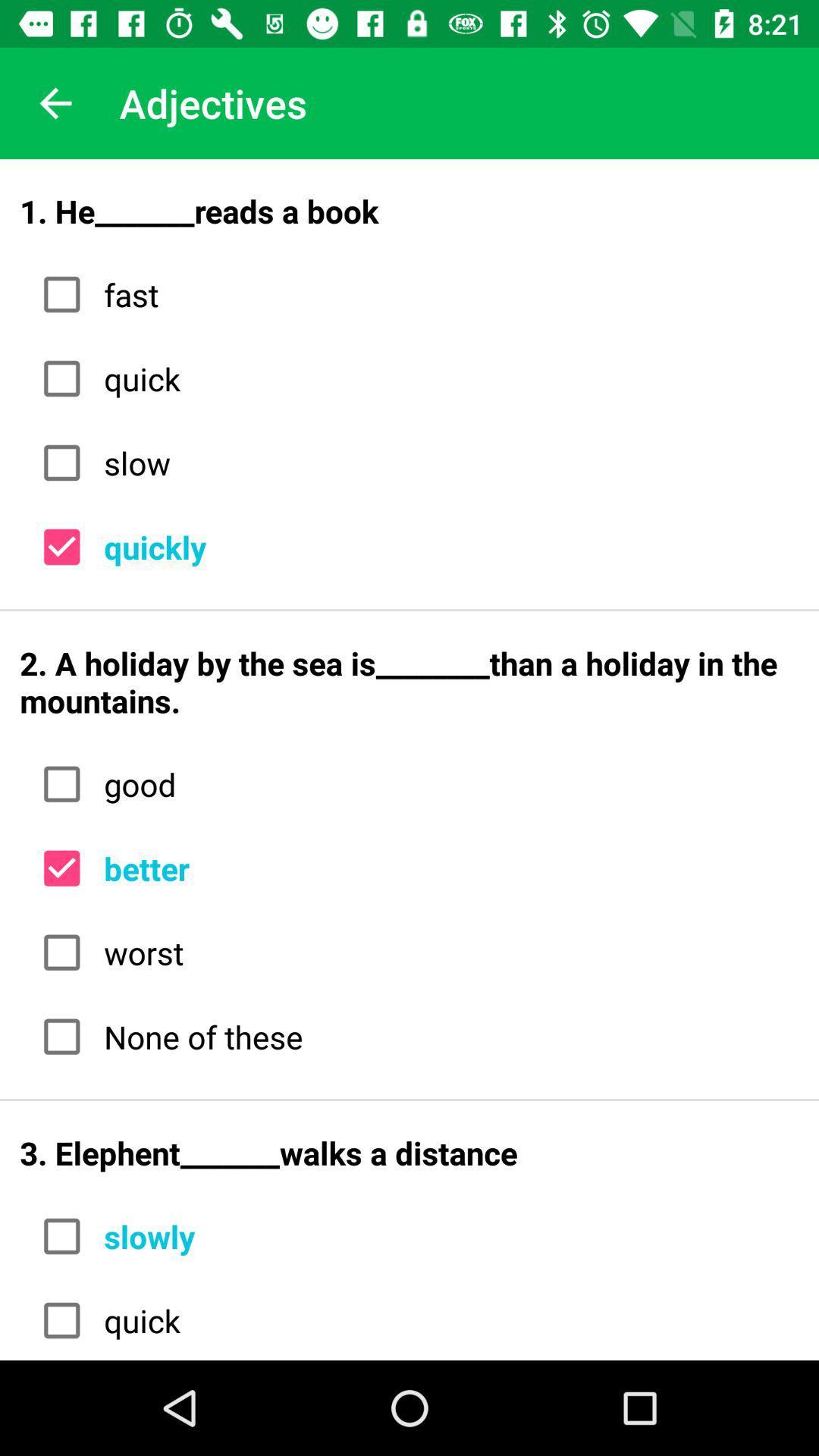 The image size is (819, 1456). What do you see at coordinates (445, 1036) in the screenshot?
I see `the none of these` at bounding box center [445, 1036].